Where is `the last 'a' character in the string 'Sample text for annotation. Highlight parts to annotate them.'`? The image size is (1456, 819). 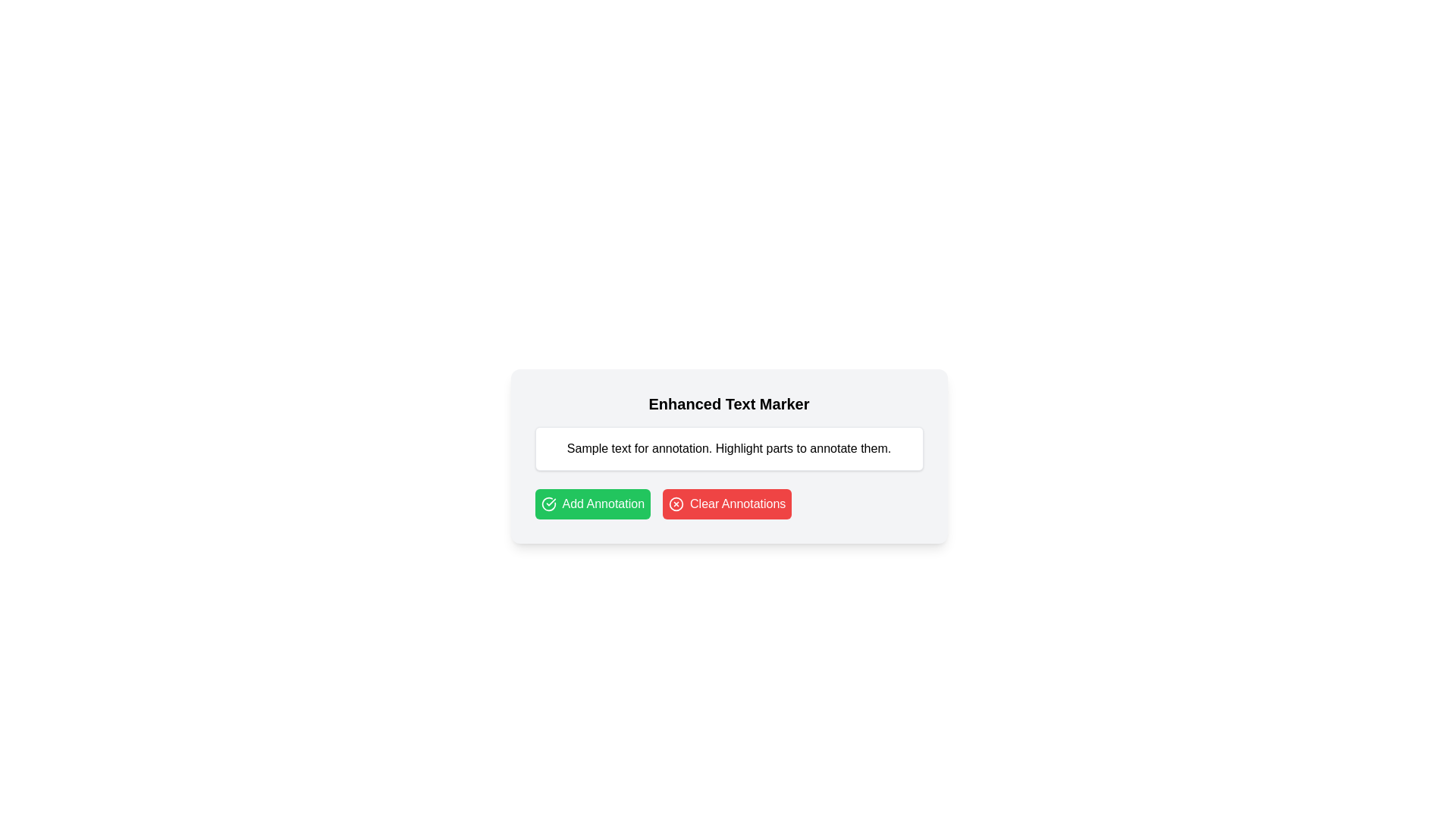
the last 'a' character in the string 'Sample text for annotation. Highlight parts to annotate them.' is located at coordinates (812, 447).